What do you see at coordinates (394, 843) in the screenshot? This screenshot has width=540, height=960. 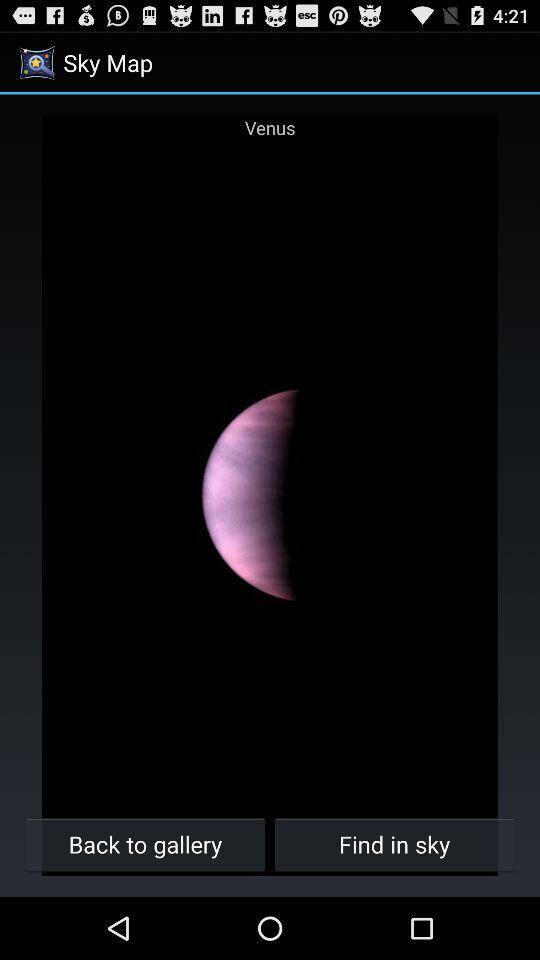 I see `button to the right of back to gallery` at bounding box center [394, 843].